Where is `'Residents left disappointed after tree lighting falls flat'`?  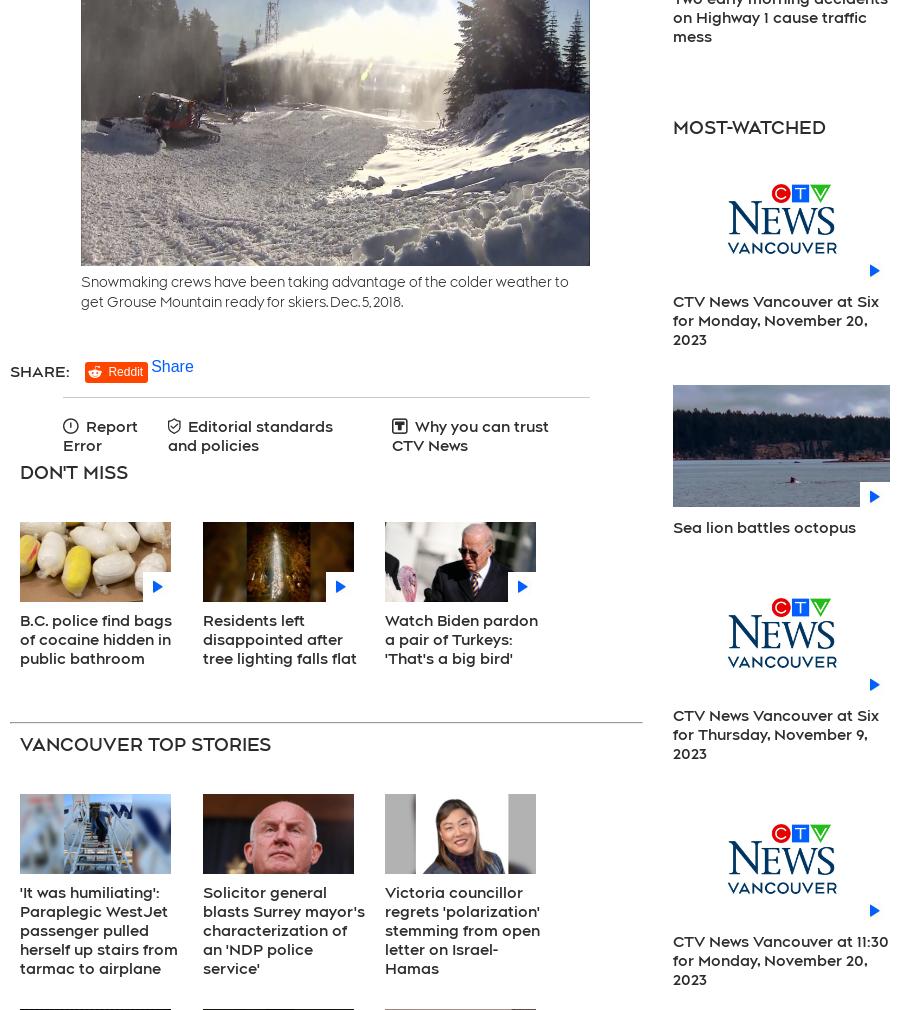
'Residents left disappointed after tree lighting falls flat' is located at coordinates (278, 638).